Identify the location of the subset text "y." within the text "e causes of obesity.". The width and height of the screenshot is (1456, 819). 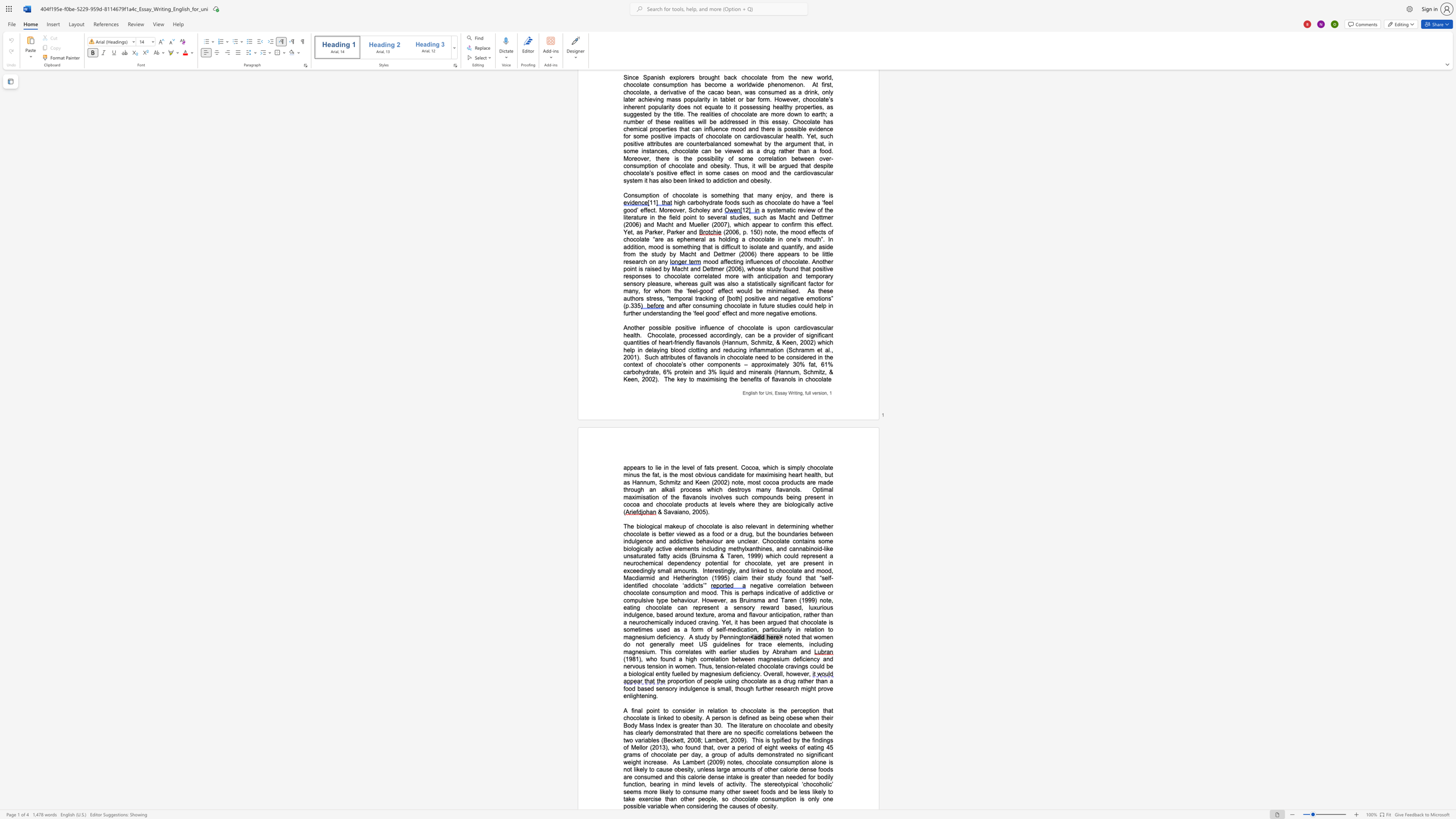
(772, 806).